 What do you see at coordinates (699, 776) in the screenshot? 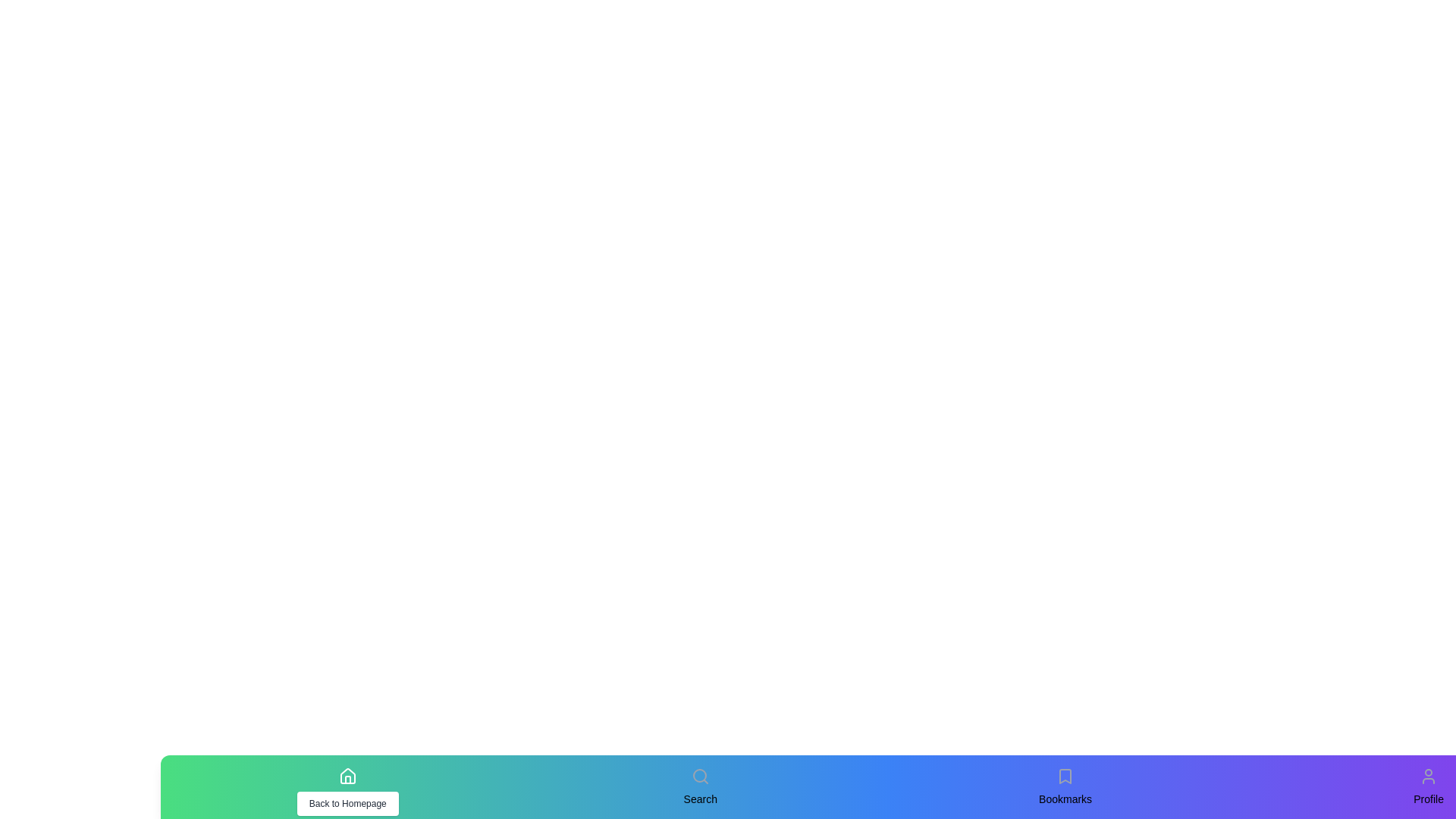
I see `the tab labeled Search to activate its functionality` at bounding box center [699, 776].